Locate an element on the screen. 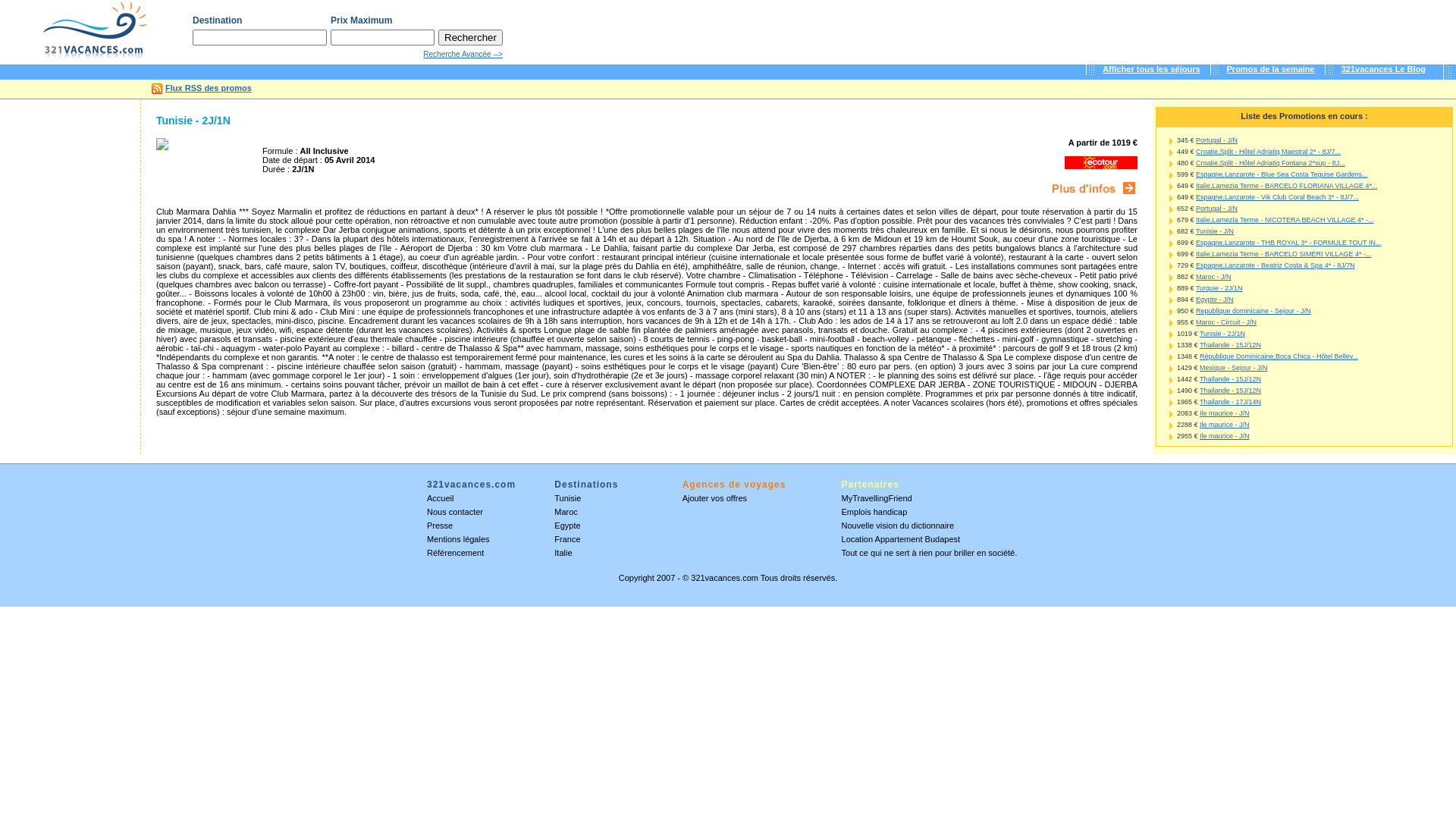  'Espagne,Lanzarote - Blue Sea Costa Teguise Gardens...' is located at coordinates (1280, 174).